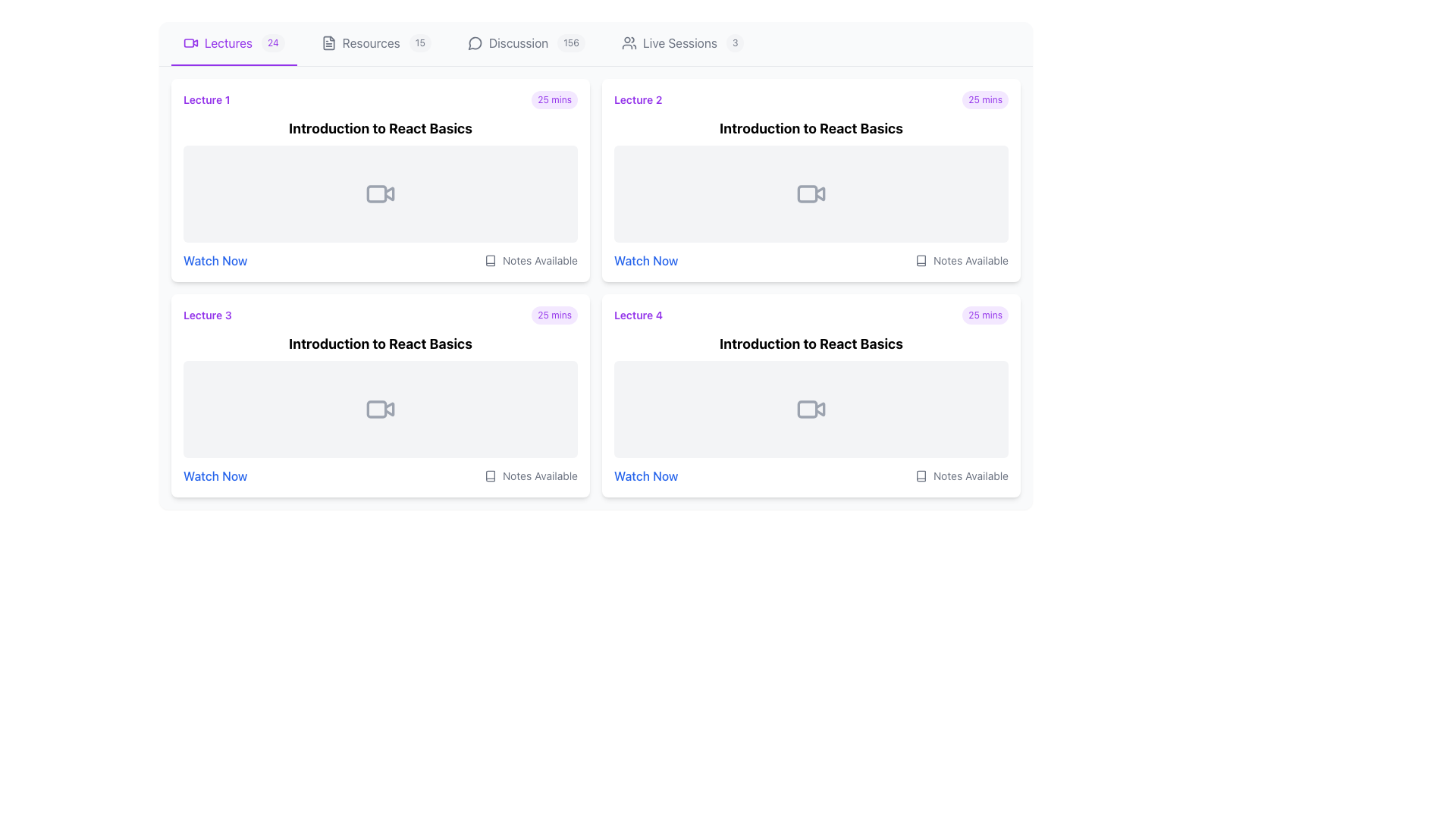  Describe the element at coordinates (474, 42) in the screenshot. I see `the circular speech bubble icon located in the navigation bar, representing discussions, to the left of the 'Discussion' label` at that location.